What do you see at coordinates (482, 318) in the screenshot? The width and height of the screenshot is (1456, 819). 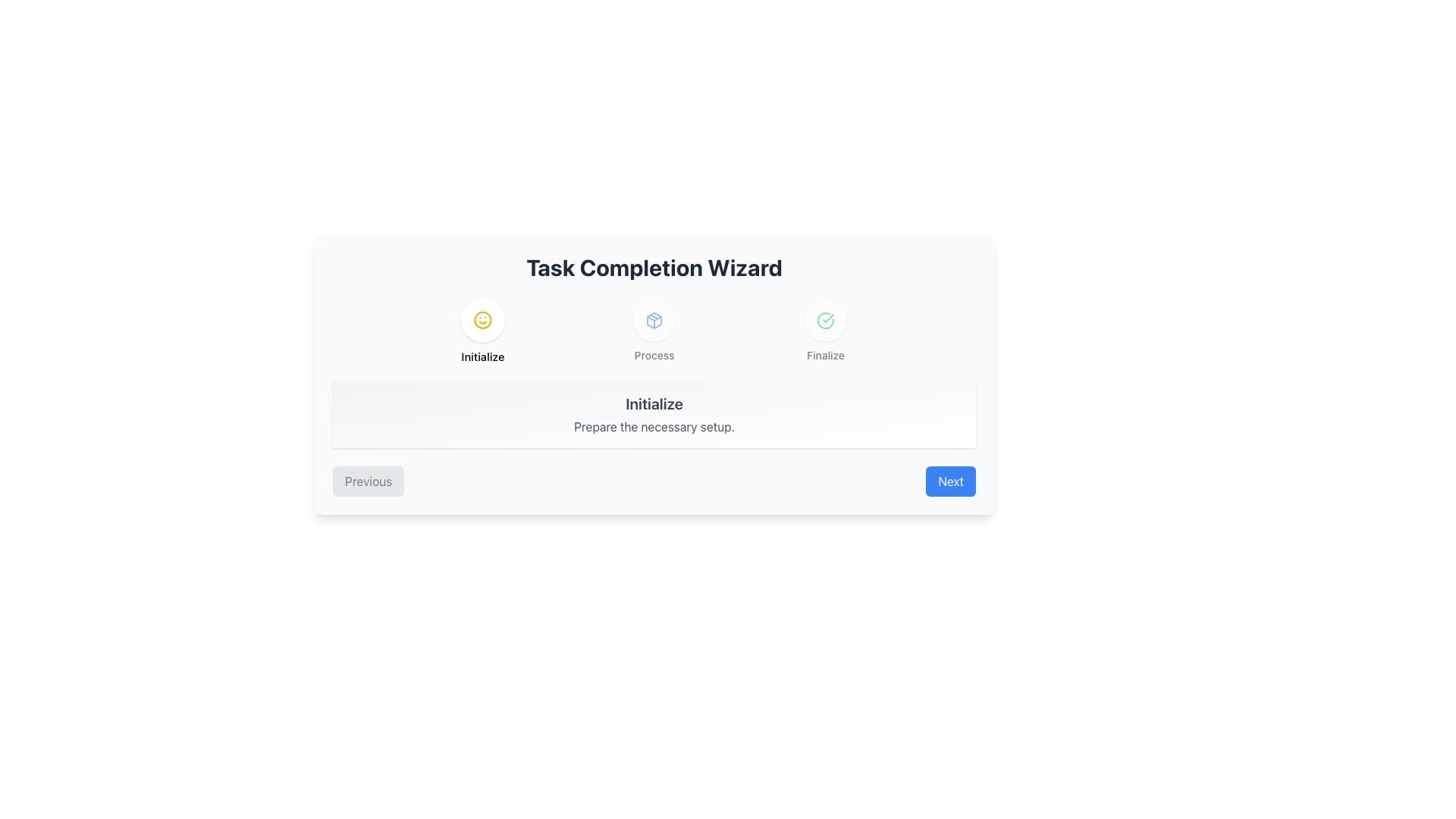 I see `the circular emoji-like icon with a smiley face labeled 'Initialize' under the 'Task Completion Wizard' section` at bounding box center [482, 318].